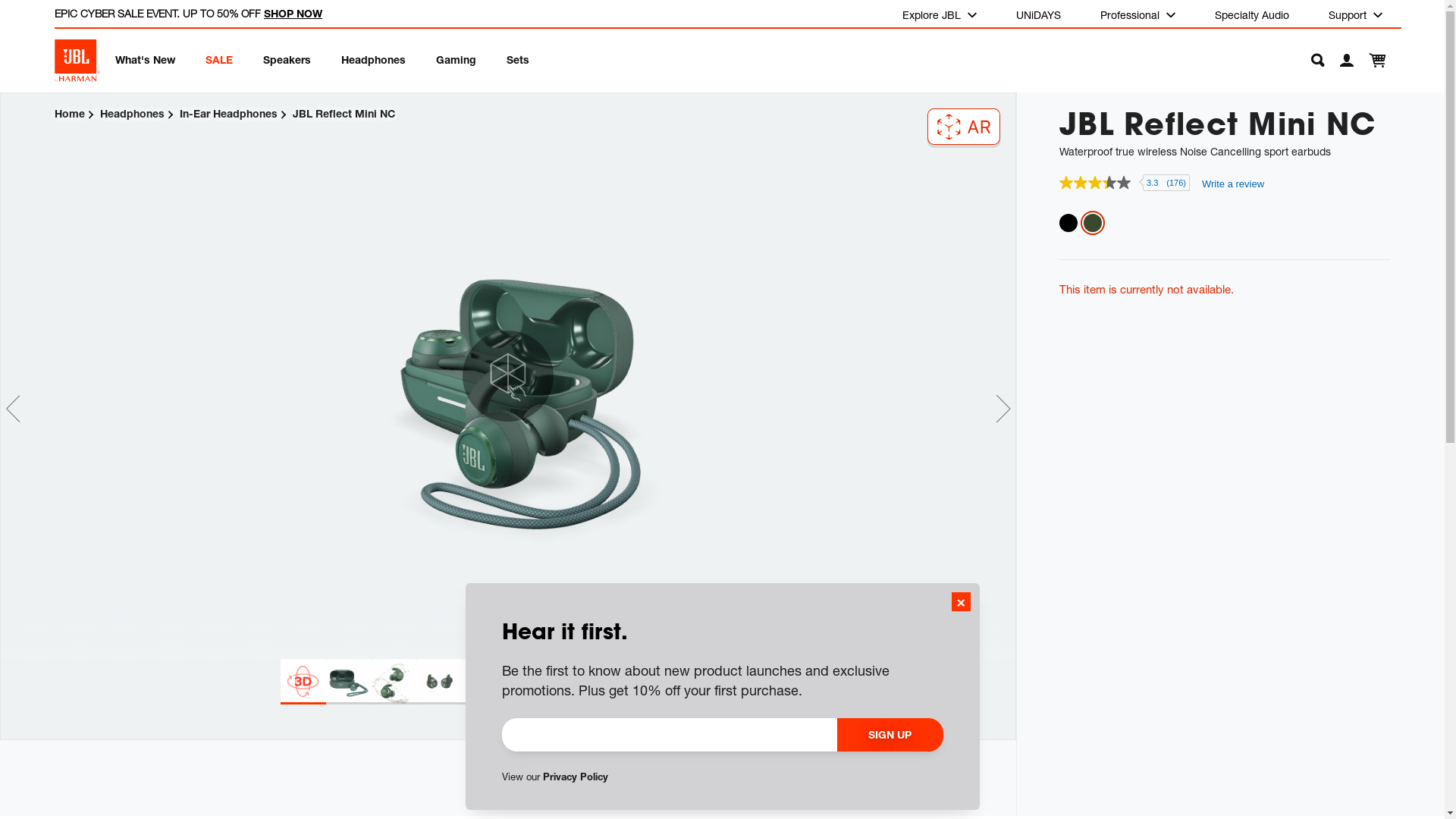 Image resolution: width=1456 pixels, height=819 pixels. What do you see at coordinates (1309, 60) in the screenshot?
I see `'Search'` at bounding box center [1309, 60].